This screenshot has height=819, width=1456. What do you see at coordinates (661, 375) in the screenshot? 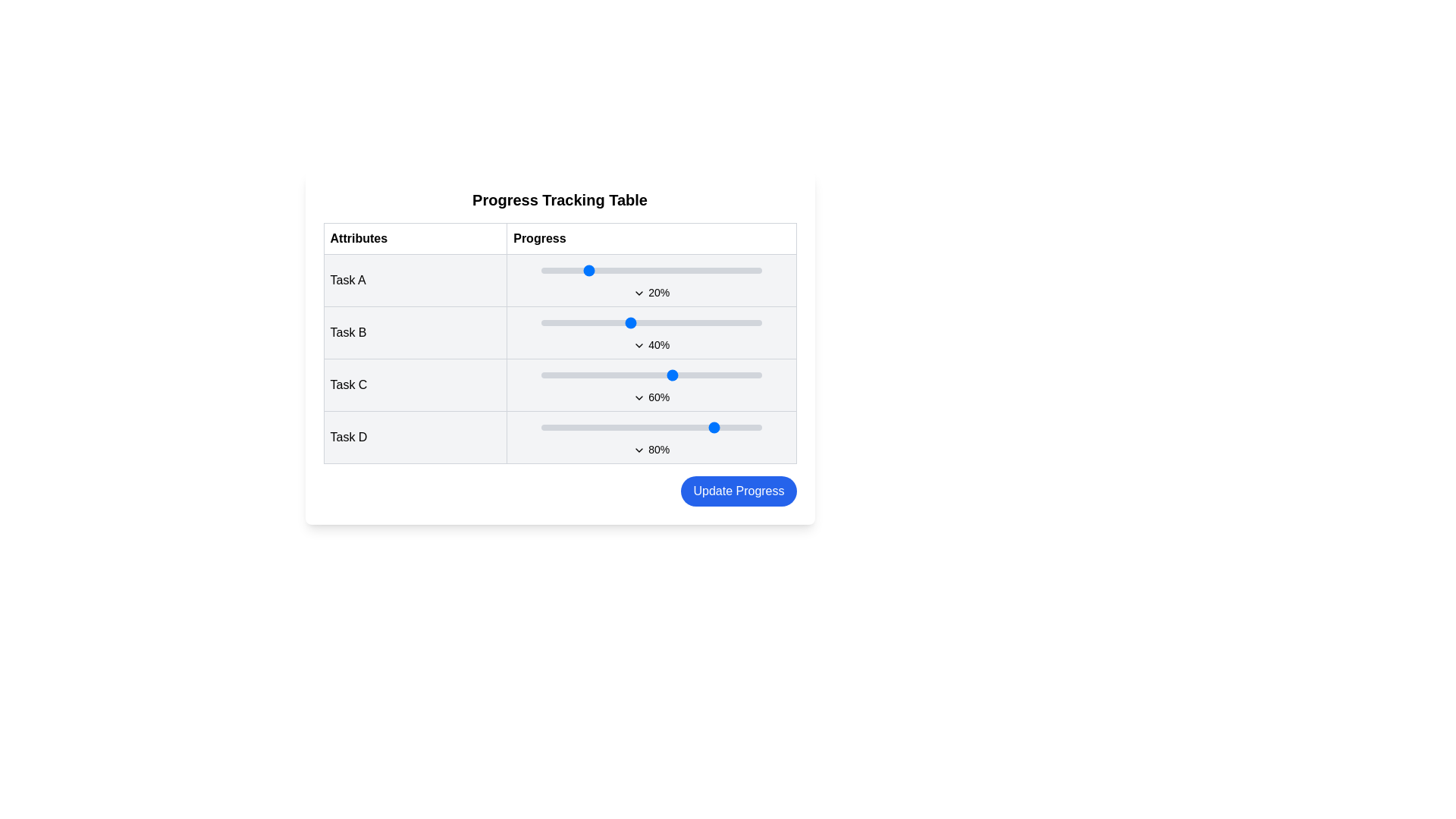
I see `the progress of Task C` at bounding box center [661, 375].